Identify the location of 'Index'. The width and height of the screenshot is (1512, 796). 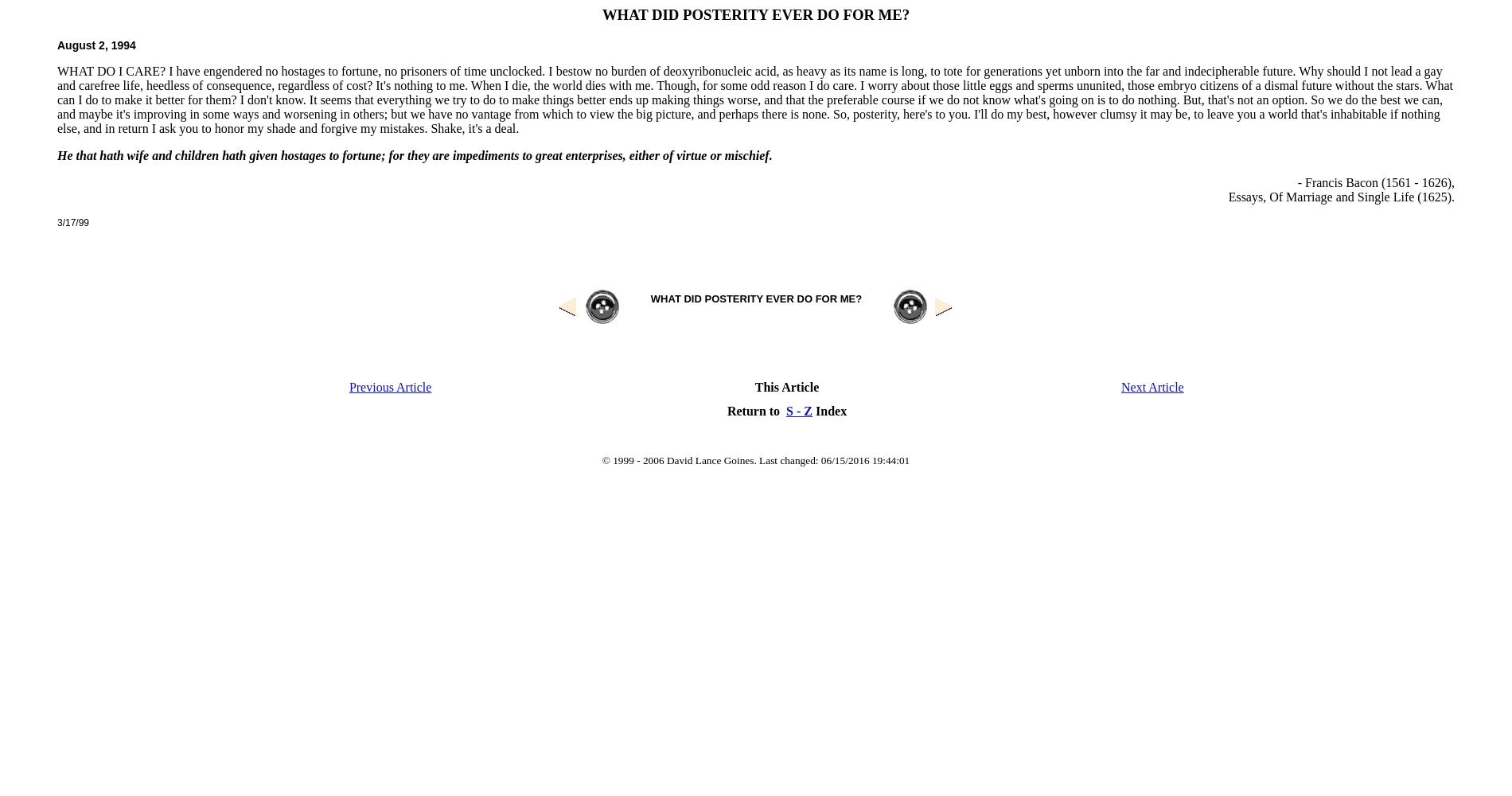
(829, 410).